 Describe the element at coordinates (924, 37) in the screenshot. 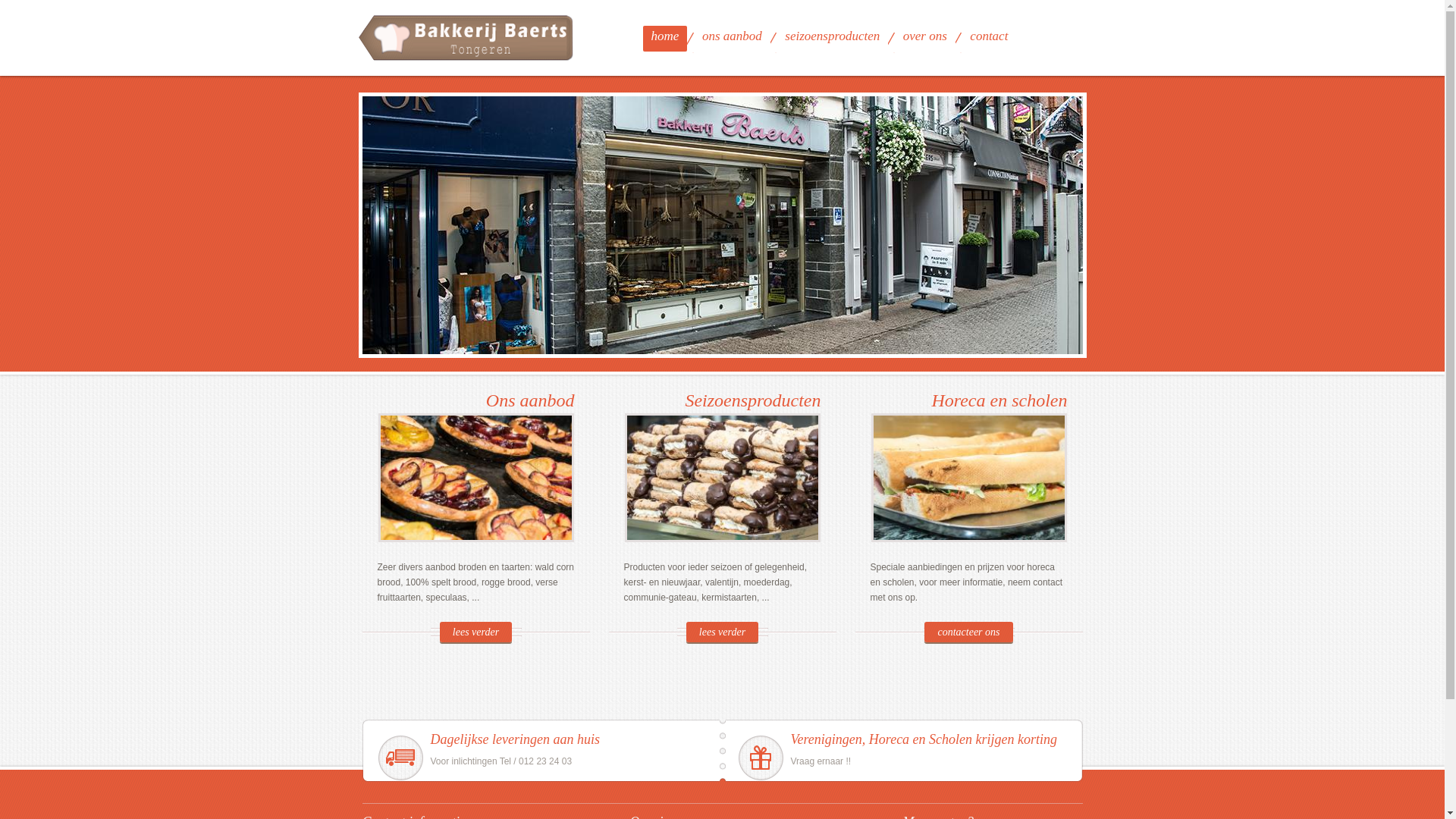

I see `'over ons'` at that location.